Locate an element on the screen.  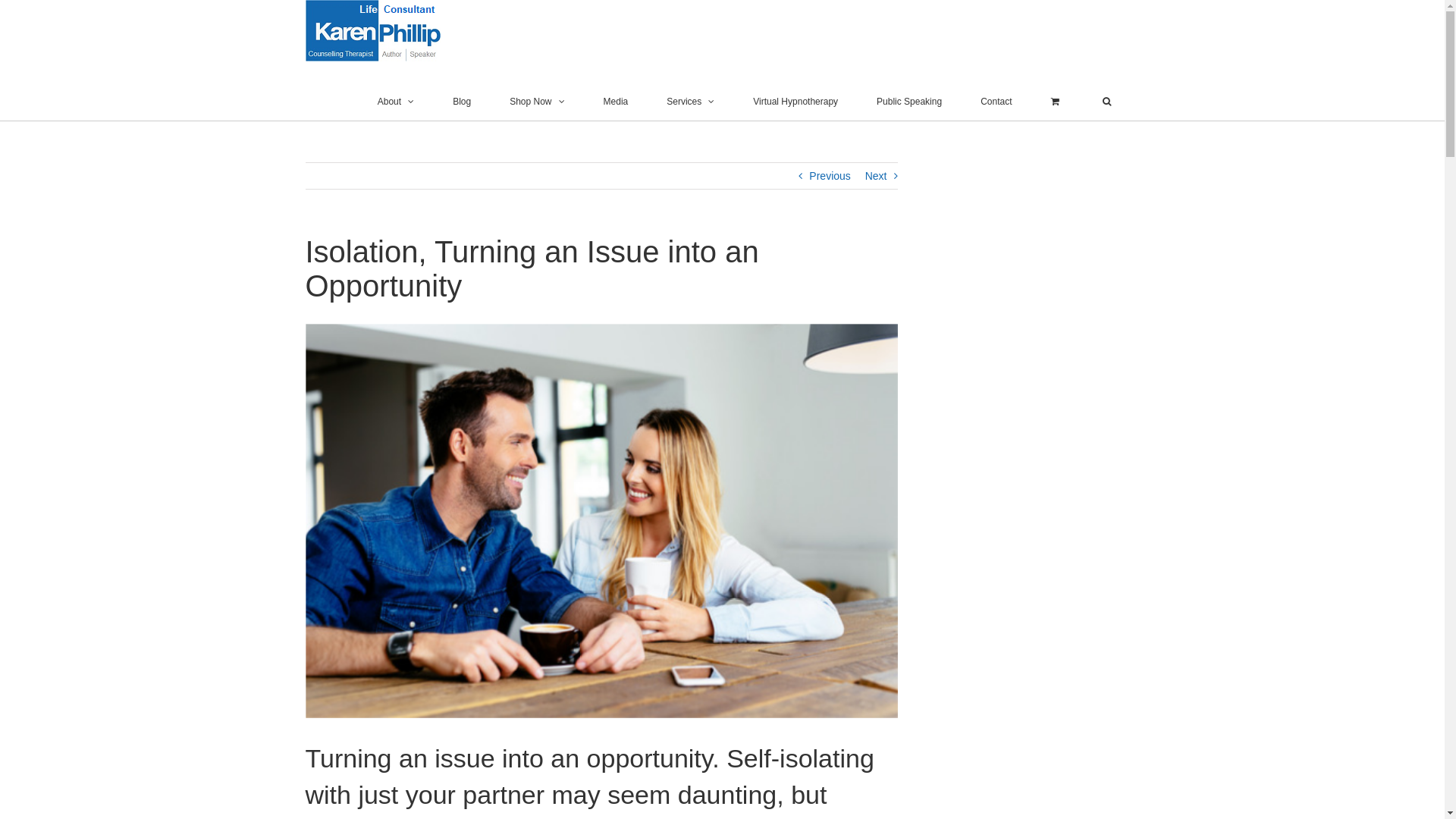
'Services' is located at coordinates (689, 102).